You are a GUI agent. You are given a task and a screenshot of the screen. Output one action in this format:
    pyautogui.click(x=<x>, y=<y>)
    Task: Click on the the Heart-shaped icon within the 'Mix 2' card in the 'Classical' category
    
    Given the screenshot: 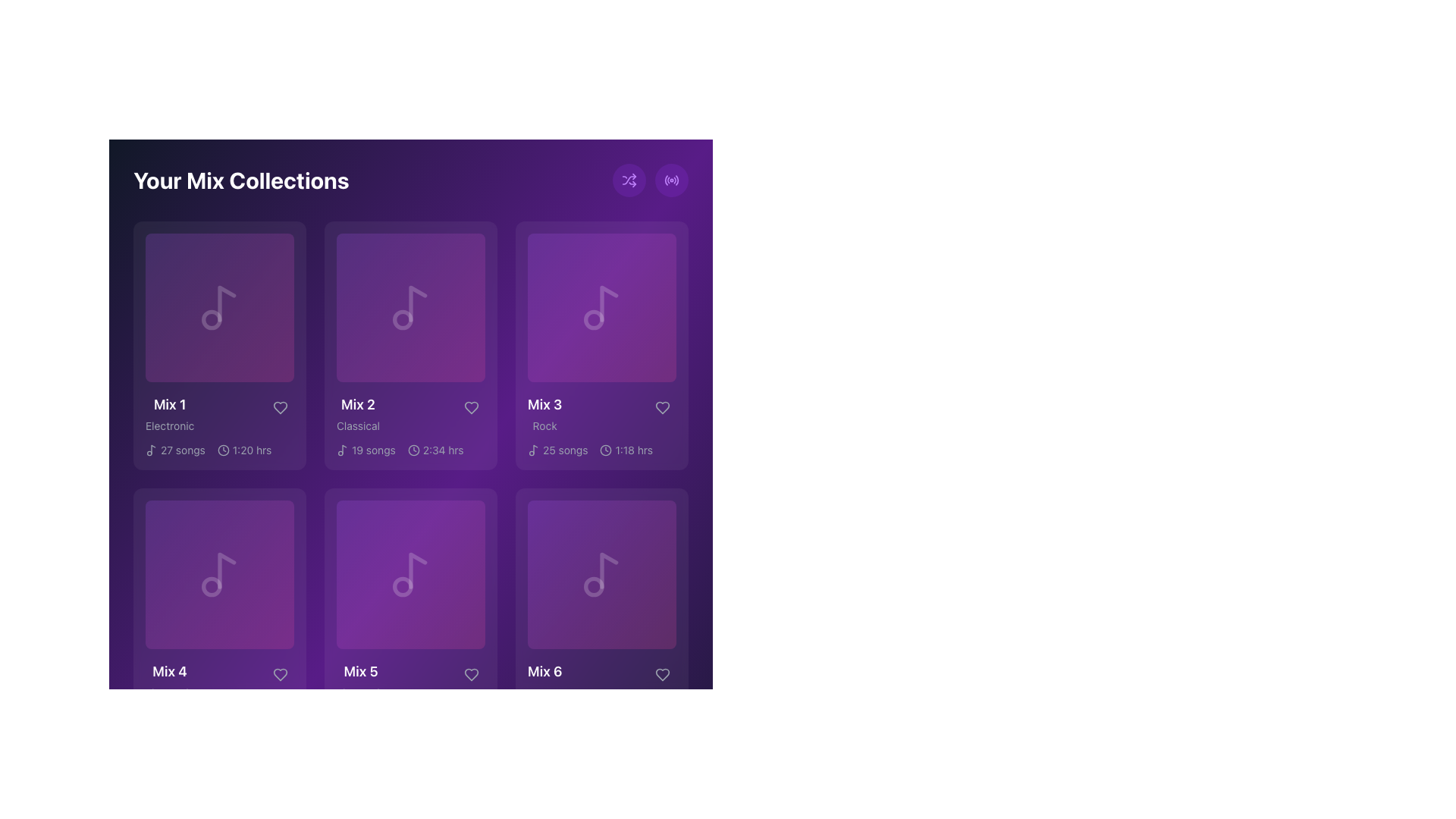 What is the action you would take?
    pyautogui.click(x=471, y=406)
    